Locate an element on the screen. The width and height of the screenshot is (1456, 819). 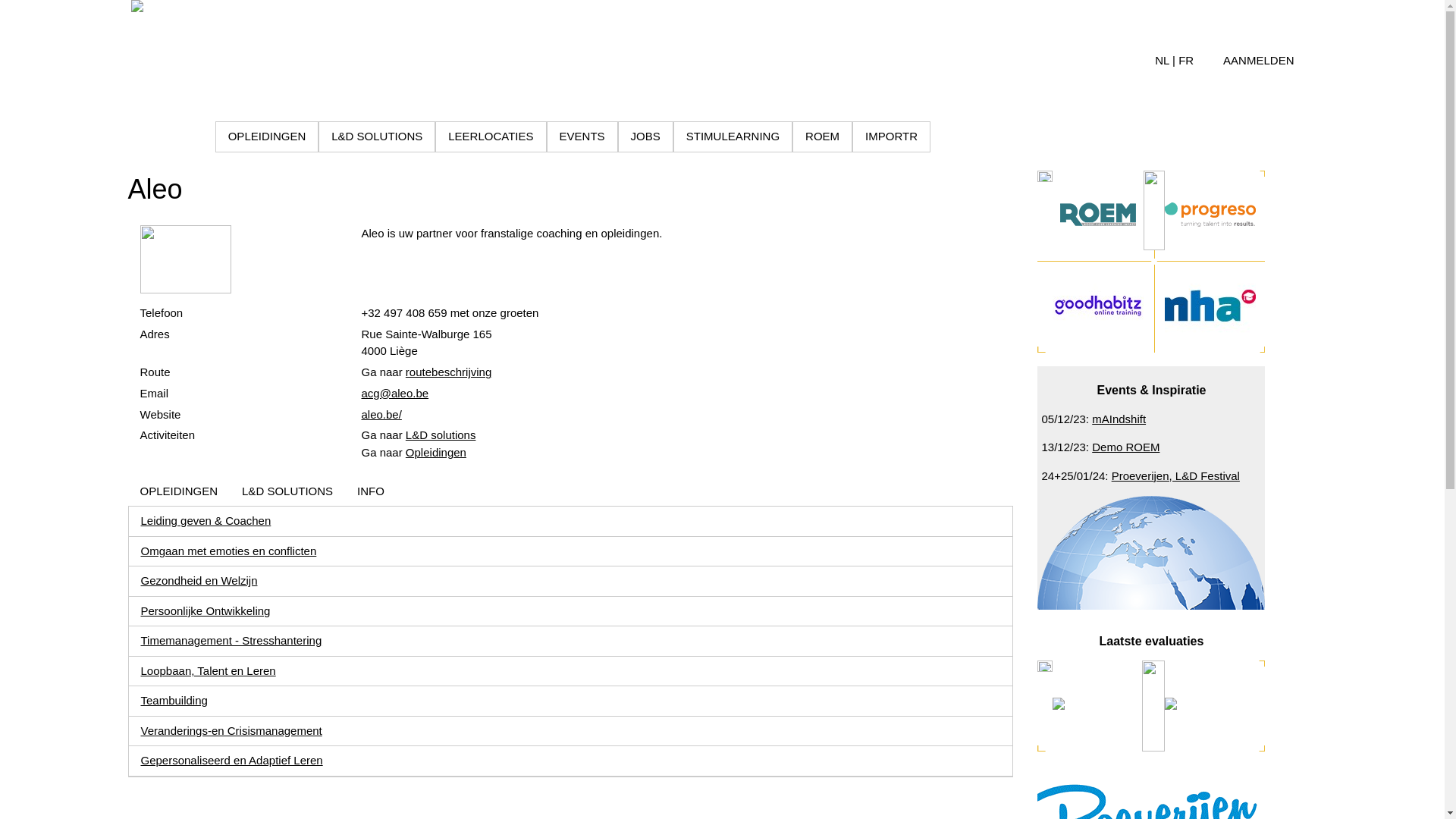
'Demo ROEM' is located at coordinates (1125, 446).